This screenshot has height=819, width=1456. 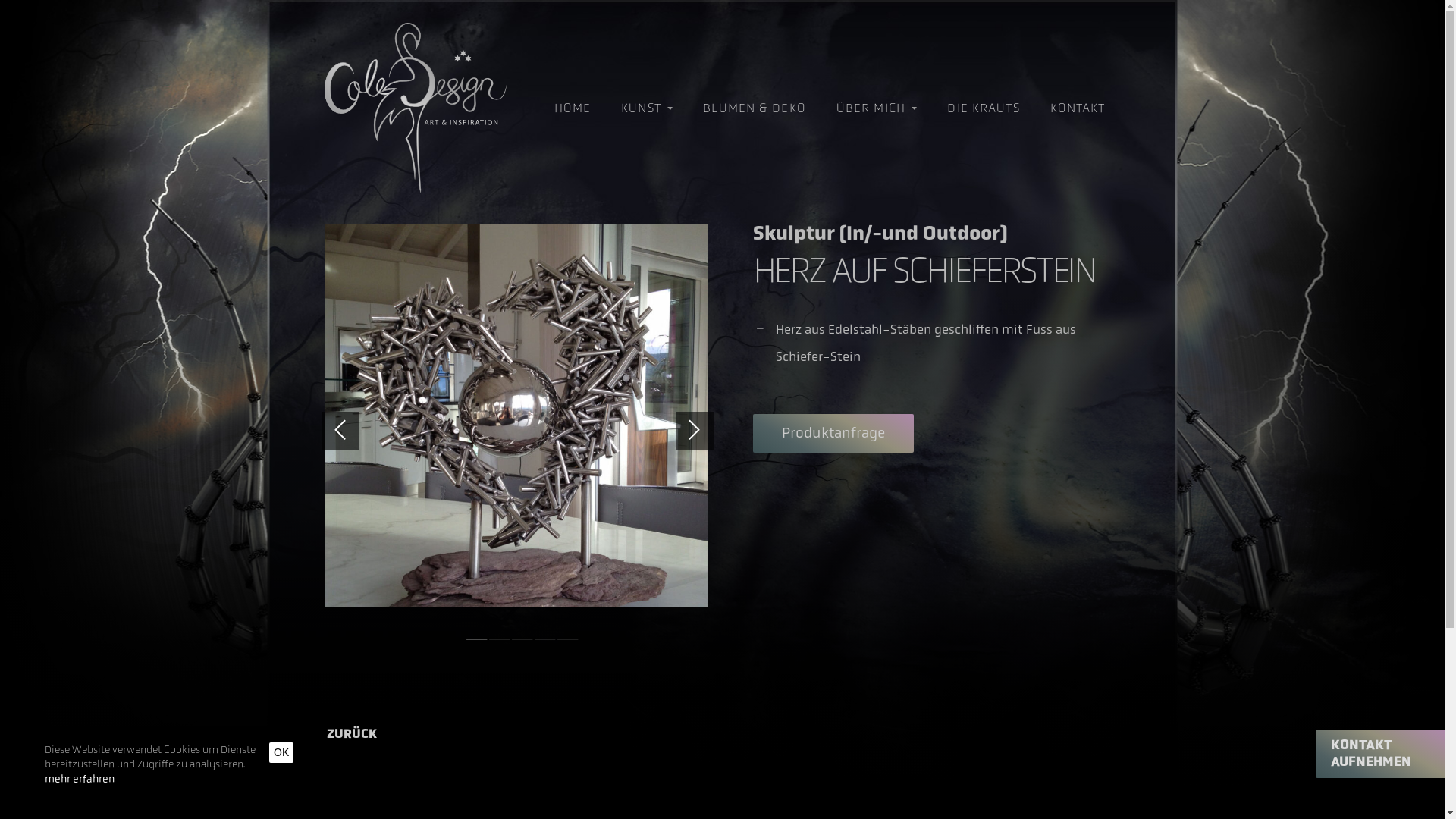 What do you see at coordinates (983, 107) in the screenshot?
I see `'DIE KRAUTS'` at bounding box center [983, 107].